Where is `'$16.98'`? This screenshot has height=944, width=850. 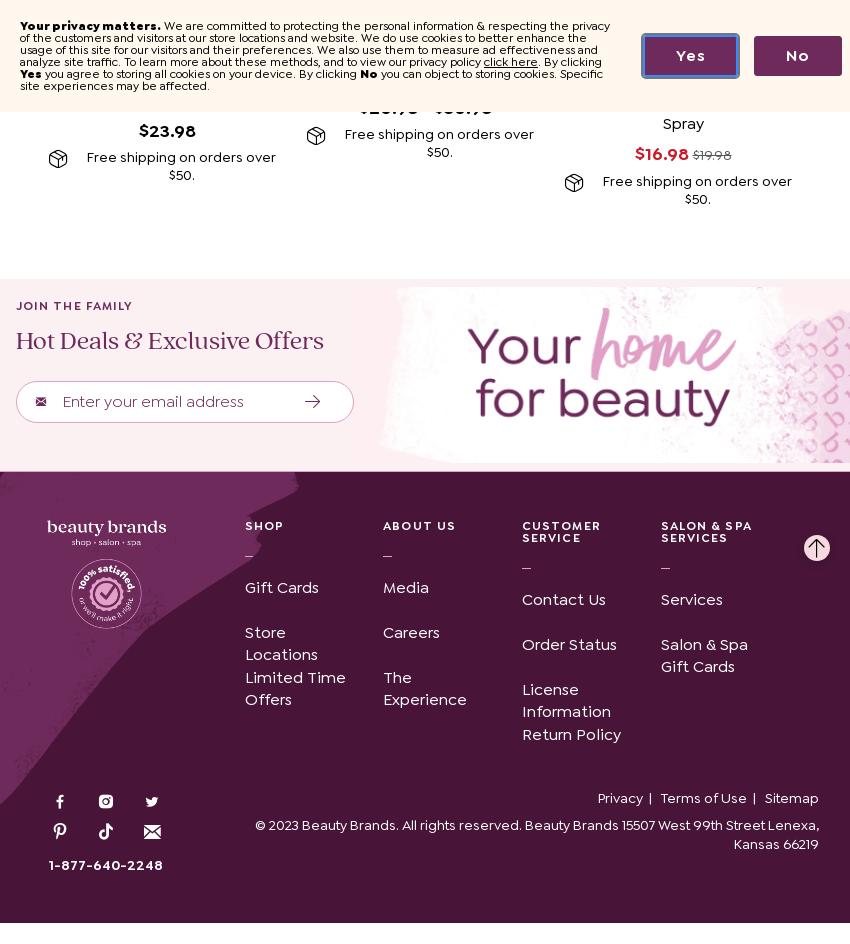 '$16.98' is located at coordinates (663, 153).